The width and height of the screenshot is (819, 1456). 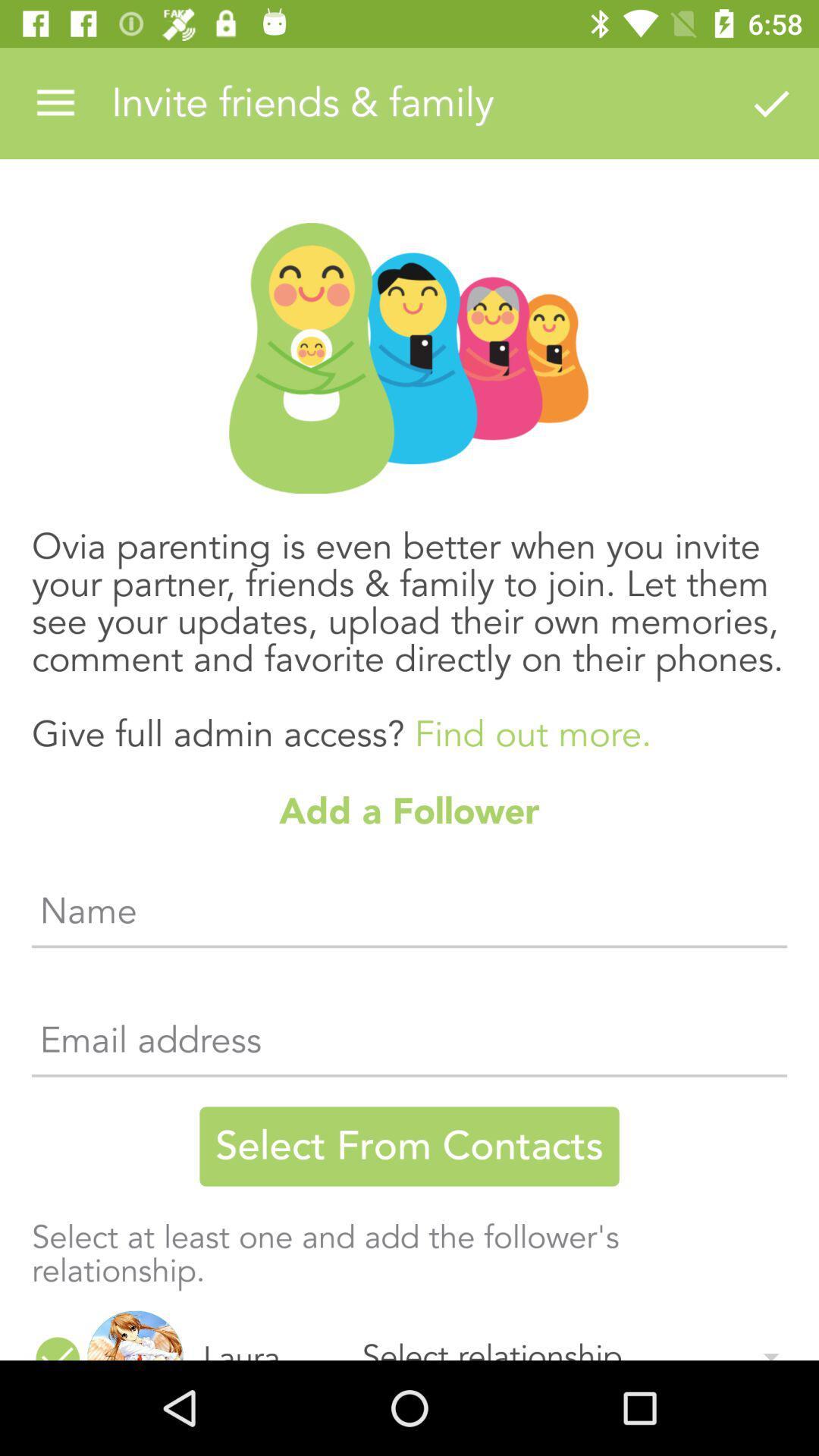 What do you see at coordinates (134, 1335) in the screenshot?
I see `item to the left of laura` at bounding box center [134, 1335].